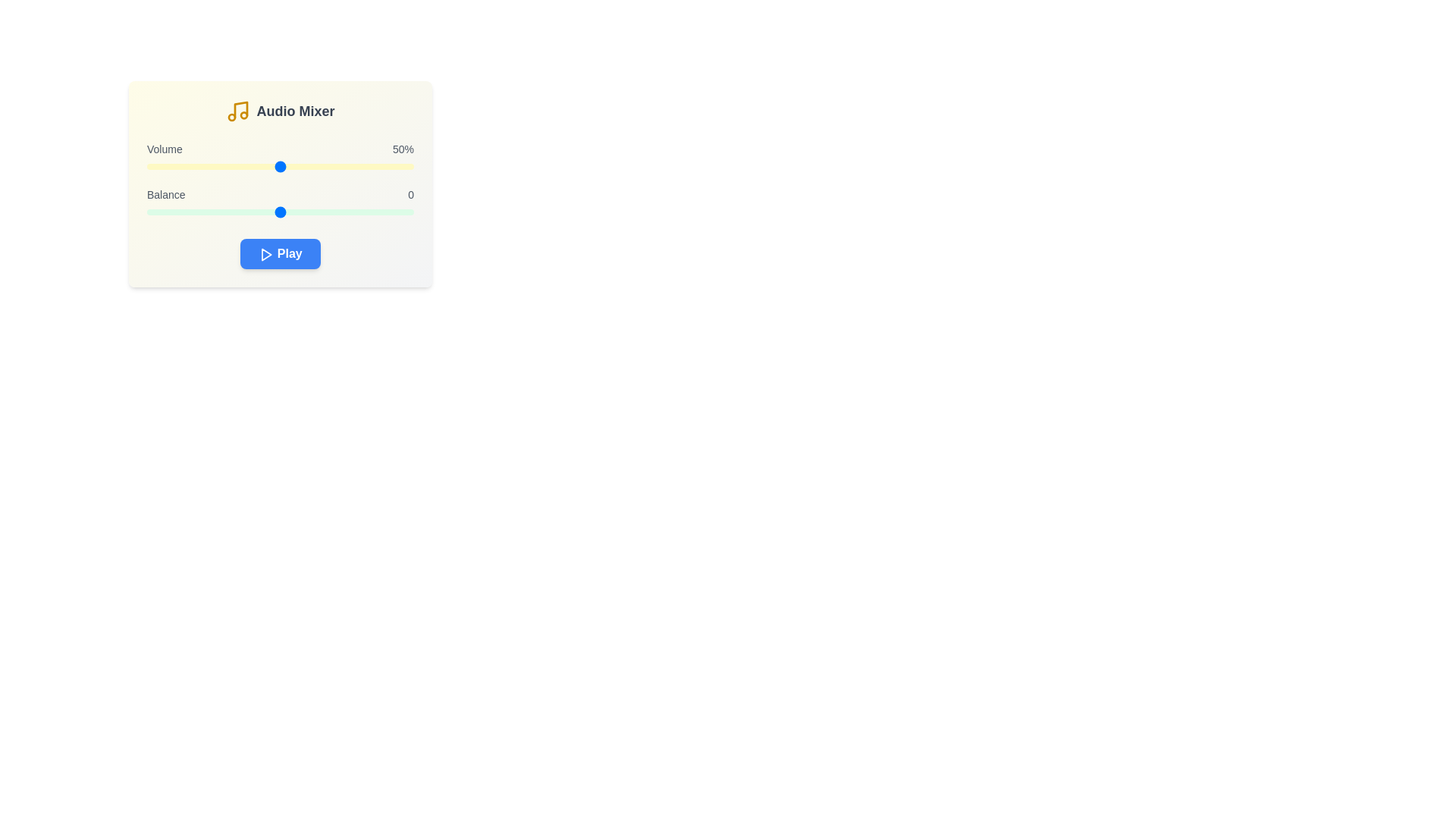 The width and height of the screenshot is (1456, 819). What do you see at coordinates (176, 166) in the screenshot?
I see `the volume` at bounding box center [176, 166].